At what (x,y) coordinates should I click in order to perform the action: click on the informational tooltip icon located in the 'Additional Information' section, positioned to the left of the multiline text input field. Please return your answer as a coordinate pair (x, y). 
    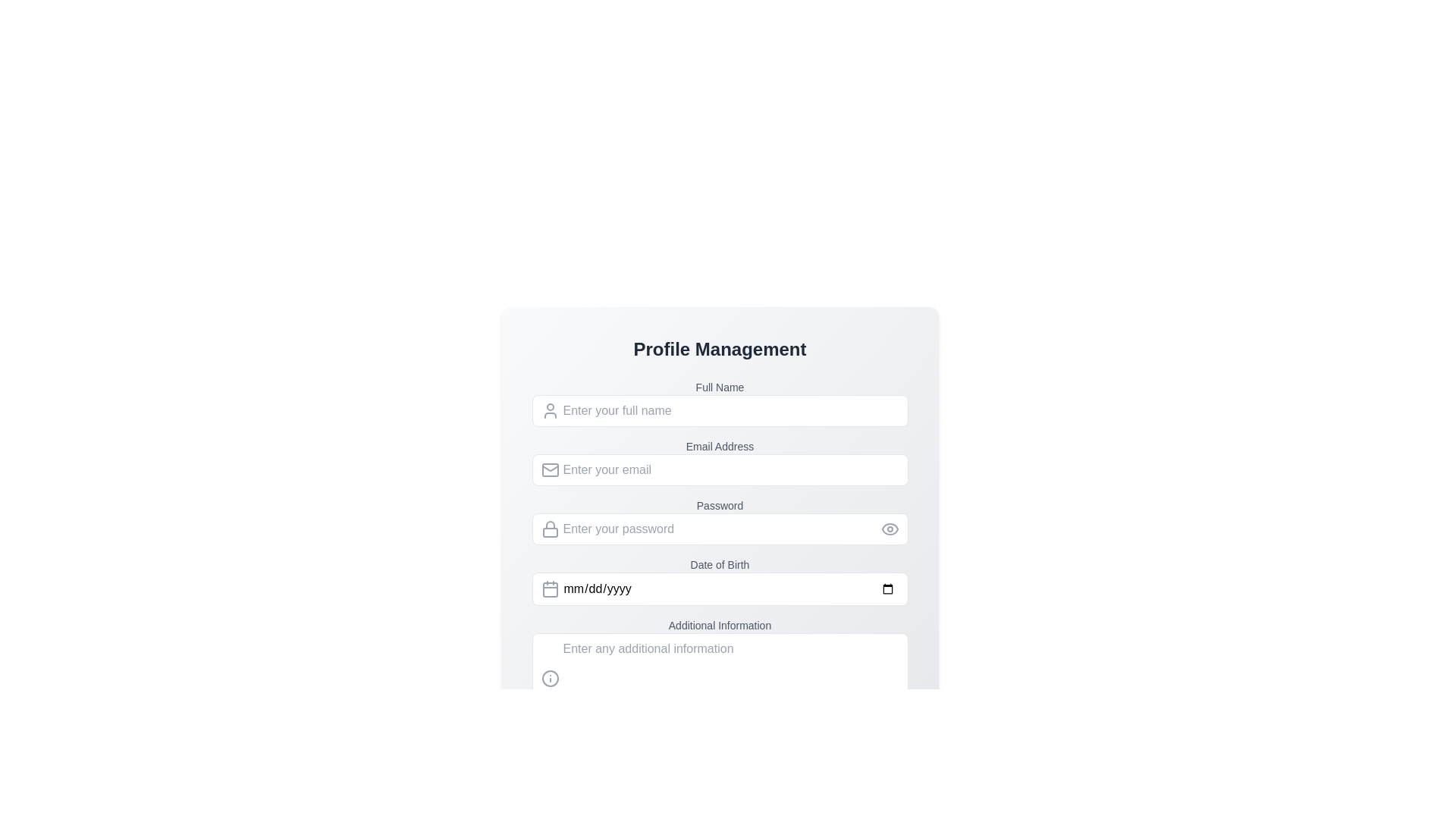
    Looking at the image, I should click on (549, 677).